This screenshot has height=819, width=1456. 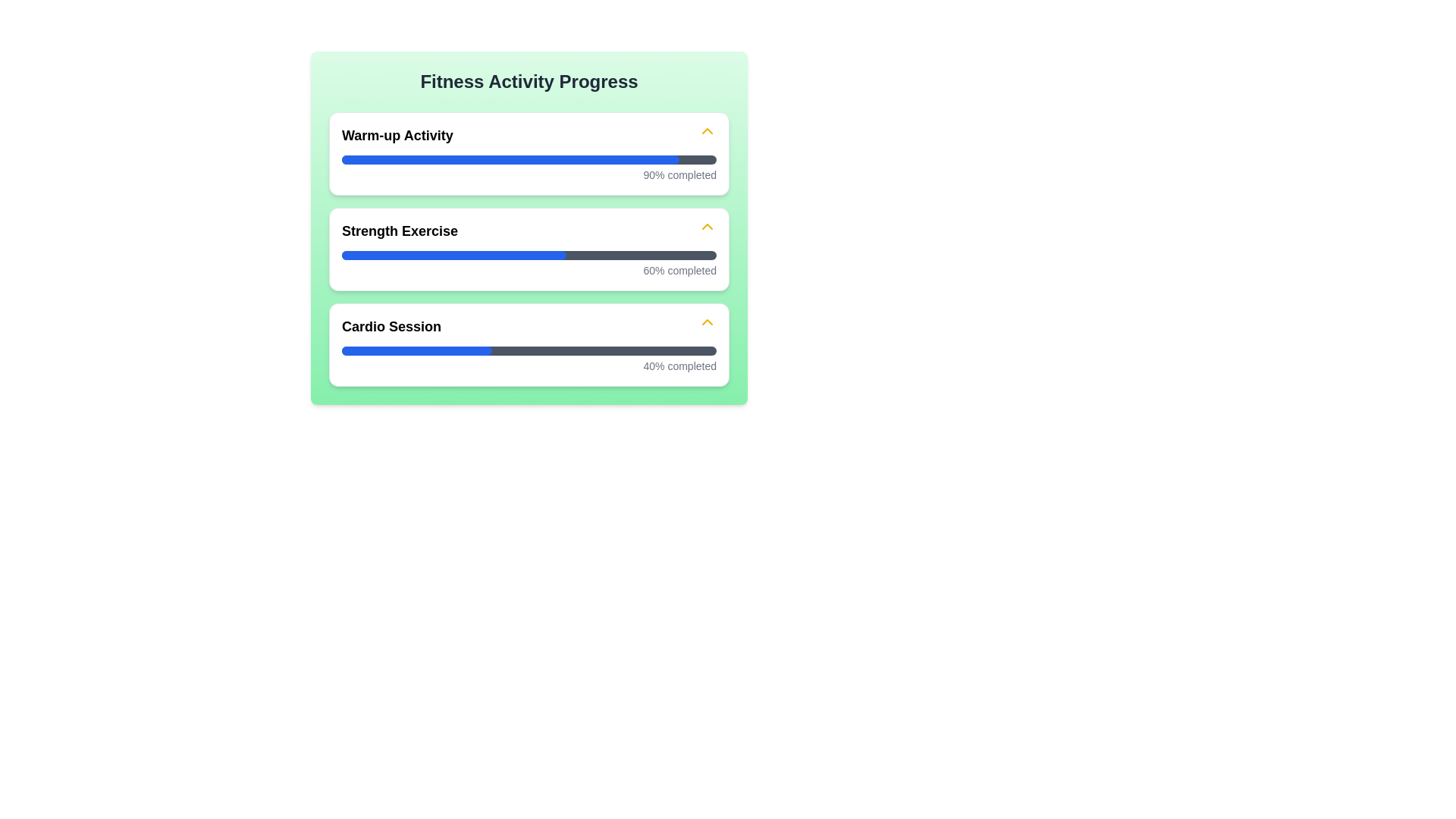 What do you see at coordinates (529, 345) in the screenshot?
I see `completion percentage displayed on the Progress card for the 'Cardio Session' activity, which is the third item in the vertical list of activity progress cards` at bounding box center [529, 345].